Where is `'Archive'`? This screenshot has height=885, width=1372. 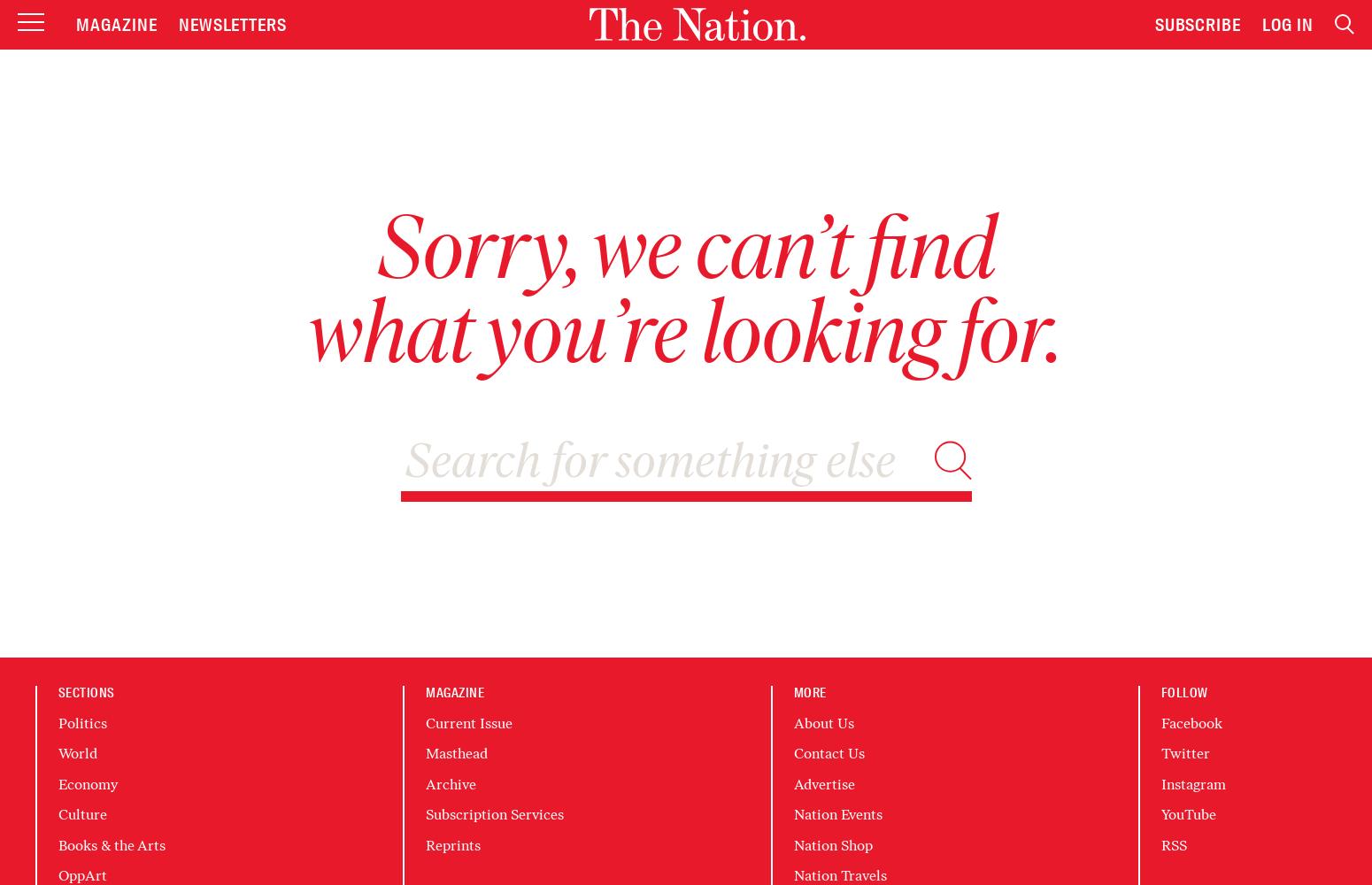 'Archive' is located at coordinates (450, 783).